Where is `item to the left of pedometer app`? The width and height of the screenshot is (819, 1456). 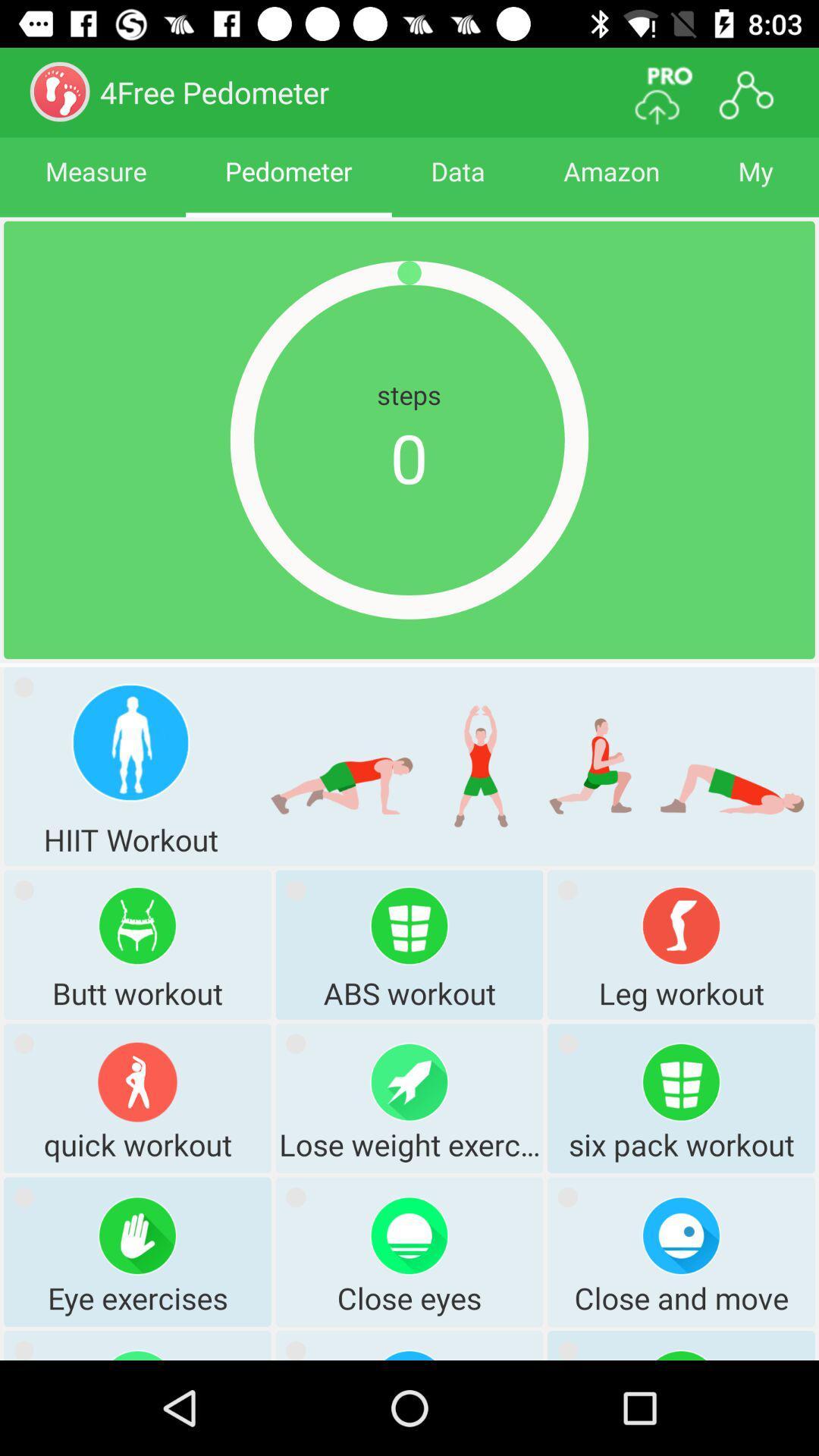
item to the left of pedometer app is located at coordinates (96, 184).